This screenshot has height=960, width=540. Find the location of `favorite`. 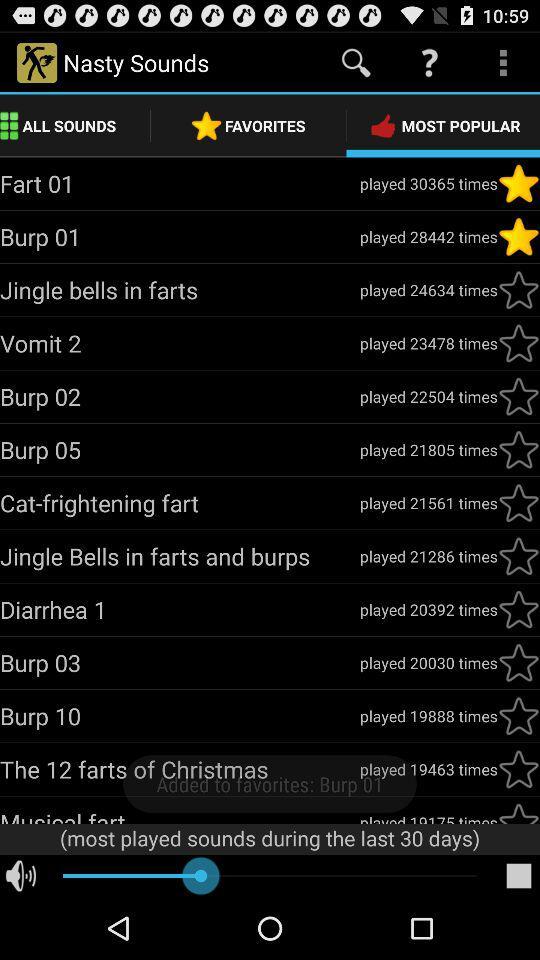

favorite is located at coordinates (518, 343).